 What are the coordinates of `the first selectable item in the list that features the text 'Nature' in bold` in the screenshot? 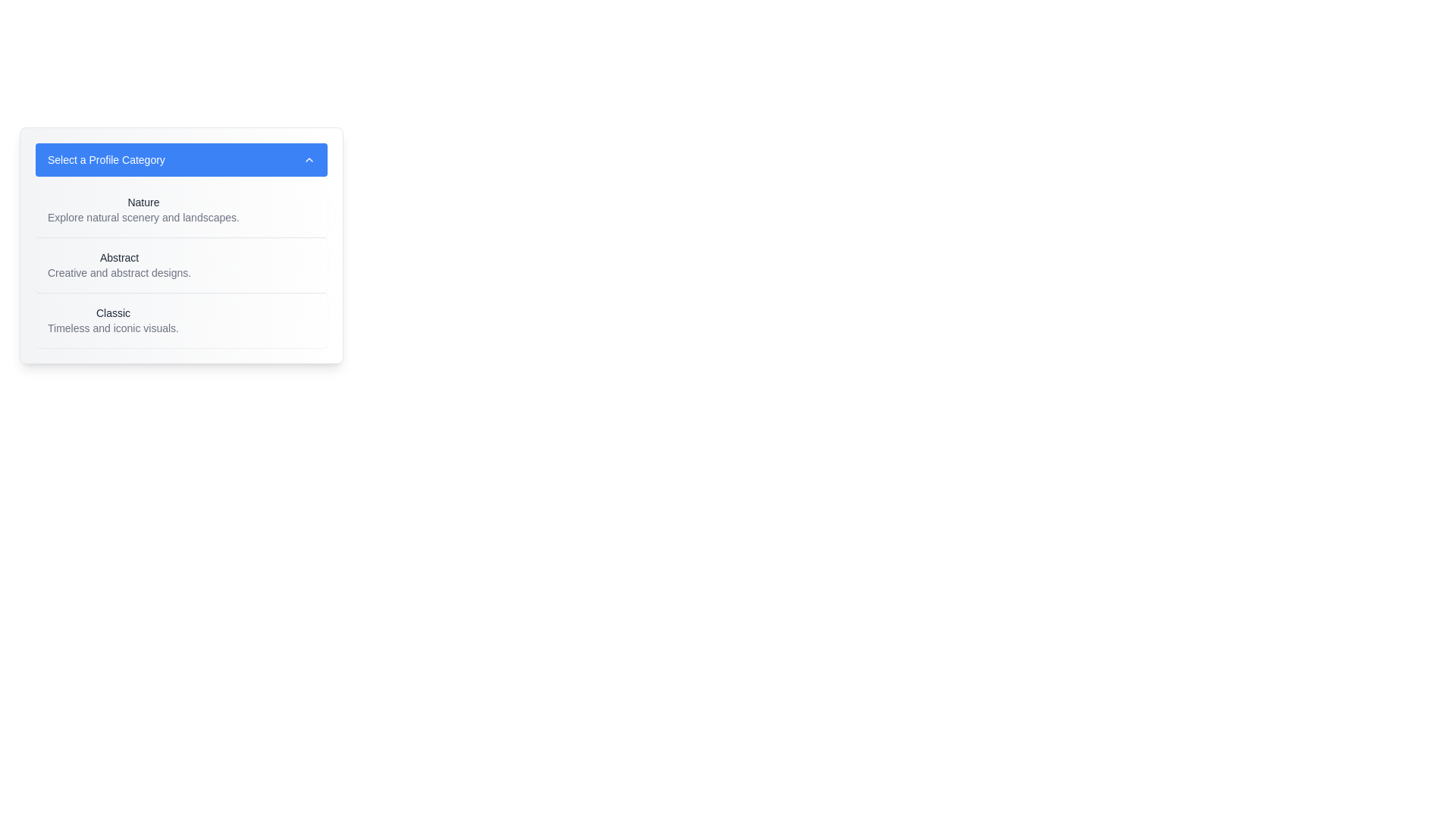 It's located at (181, 210).